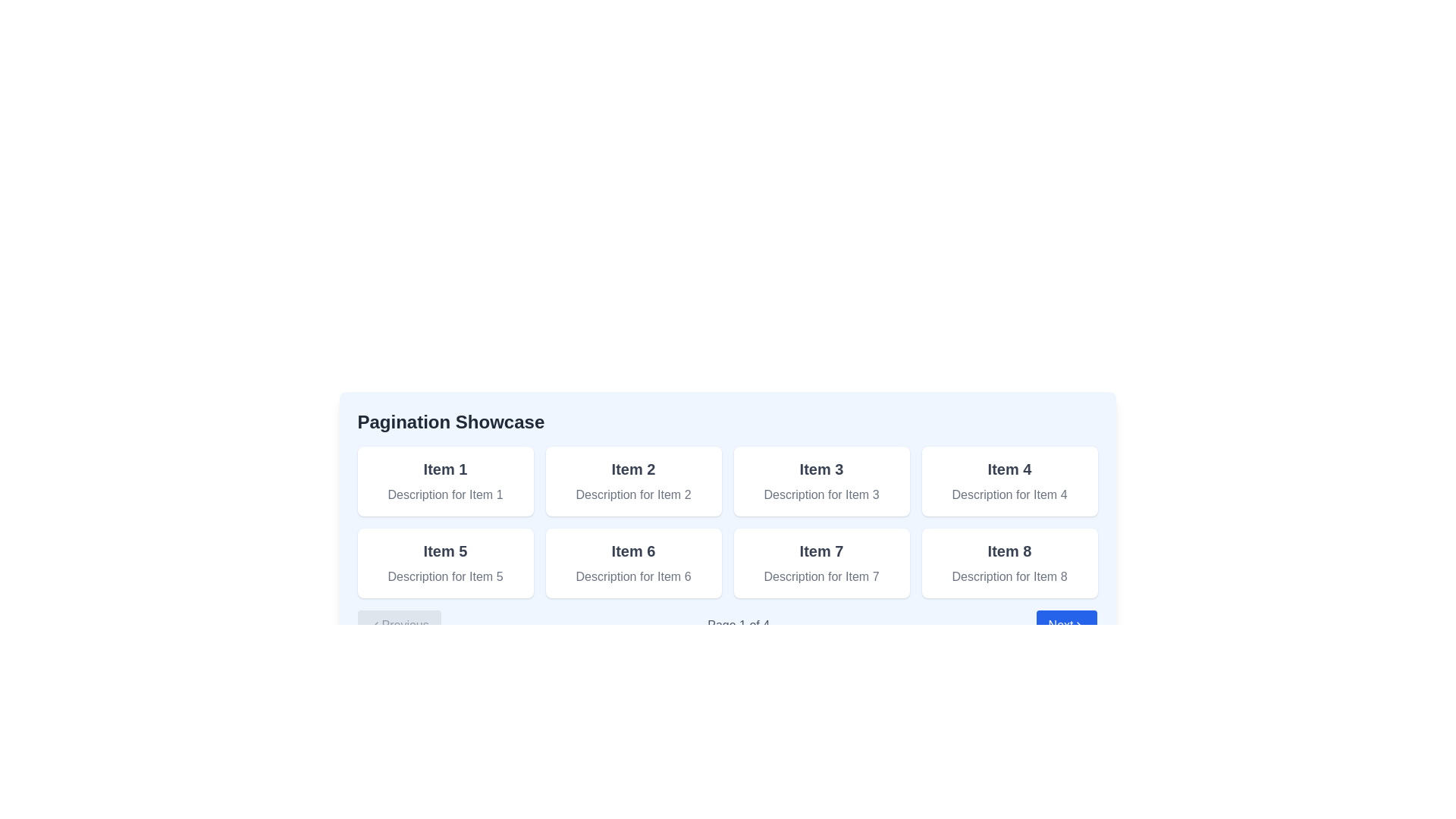 The image size is (1456, 819). What do you see at coordinates (821, 494) in the screenshot?
I see `the Text label providing additional descriptive information related to 'Item 3', located immediately below the title 'Item 3'` at bounding box center [821, 494].